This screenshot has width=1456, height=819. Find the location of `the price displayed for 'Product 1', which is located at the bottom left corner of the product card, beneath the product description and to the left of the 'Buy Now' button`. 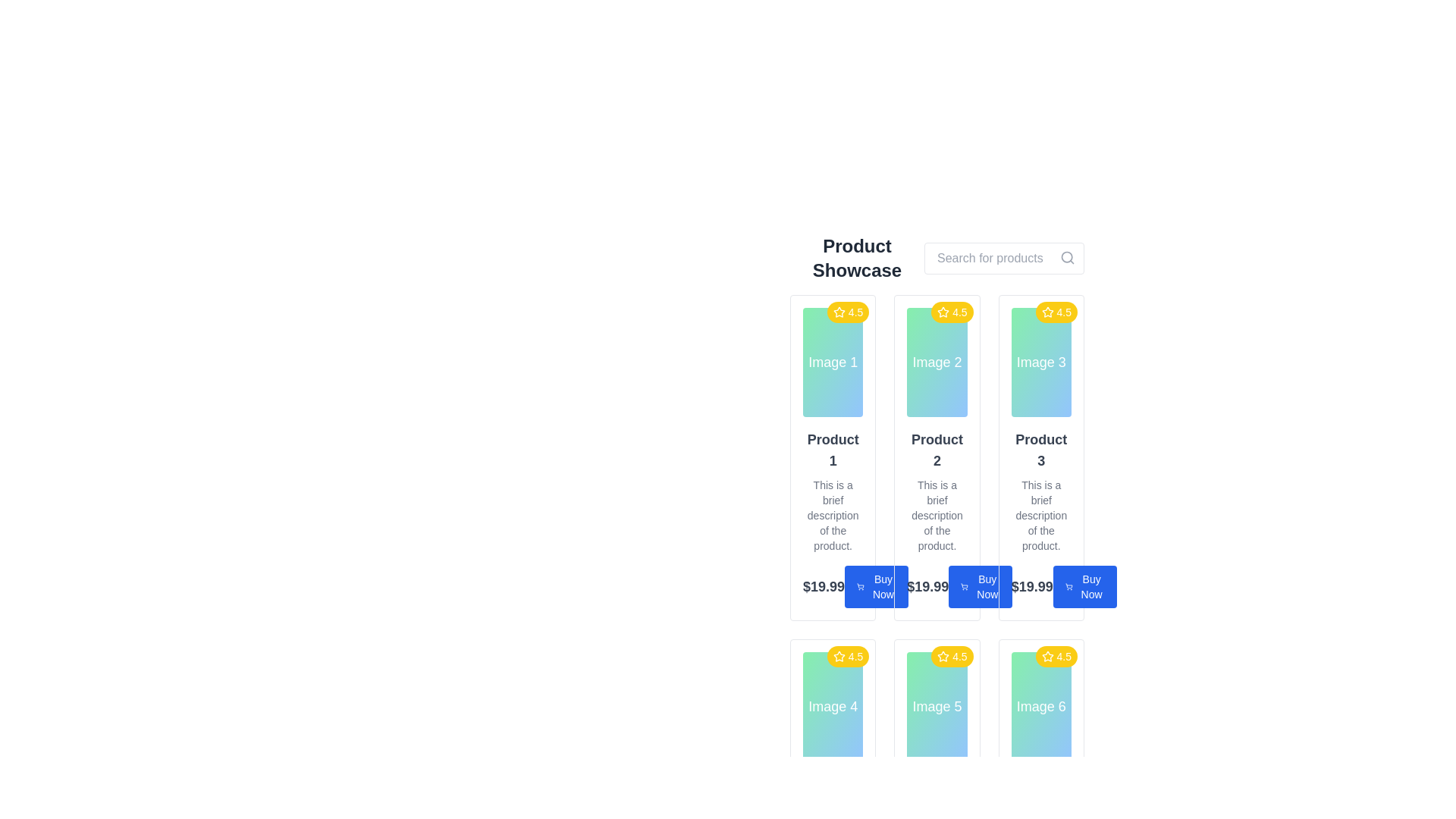

the price displayed for 'Product 1', which is located at the bottom left corner of the product card, beneath the product description and to the left of the 'Buy Now' button is located at coordinates (823, 586).